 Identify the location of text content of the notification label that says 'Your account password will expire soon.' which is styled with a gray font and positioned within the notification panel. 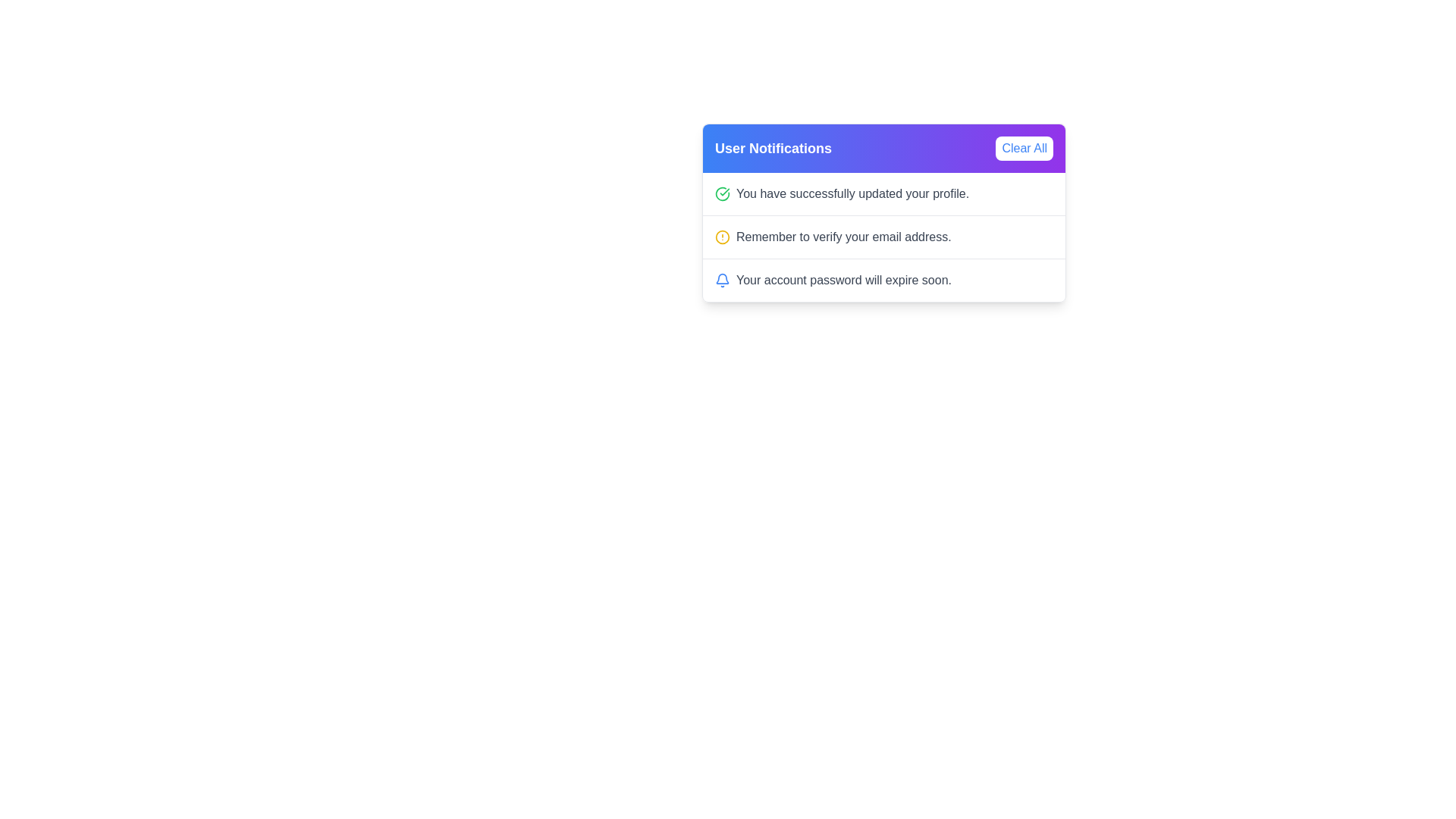
(843, 281).